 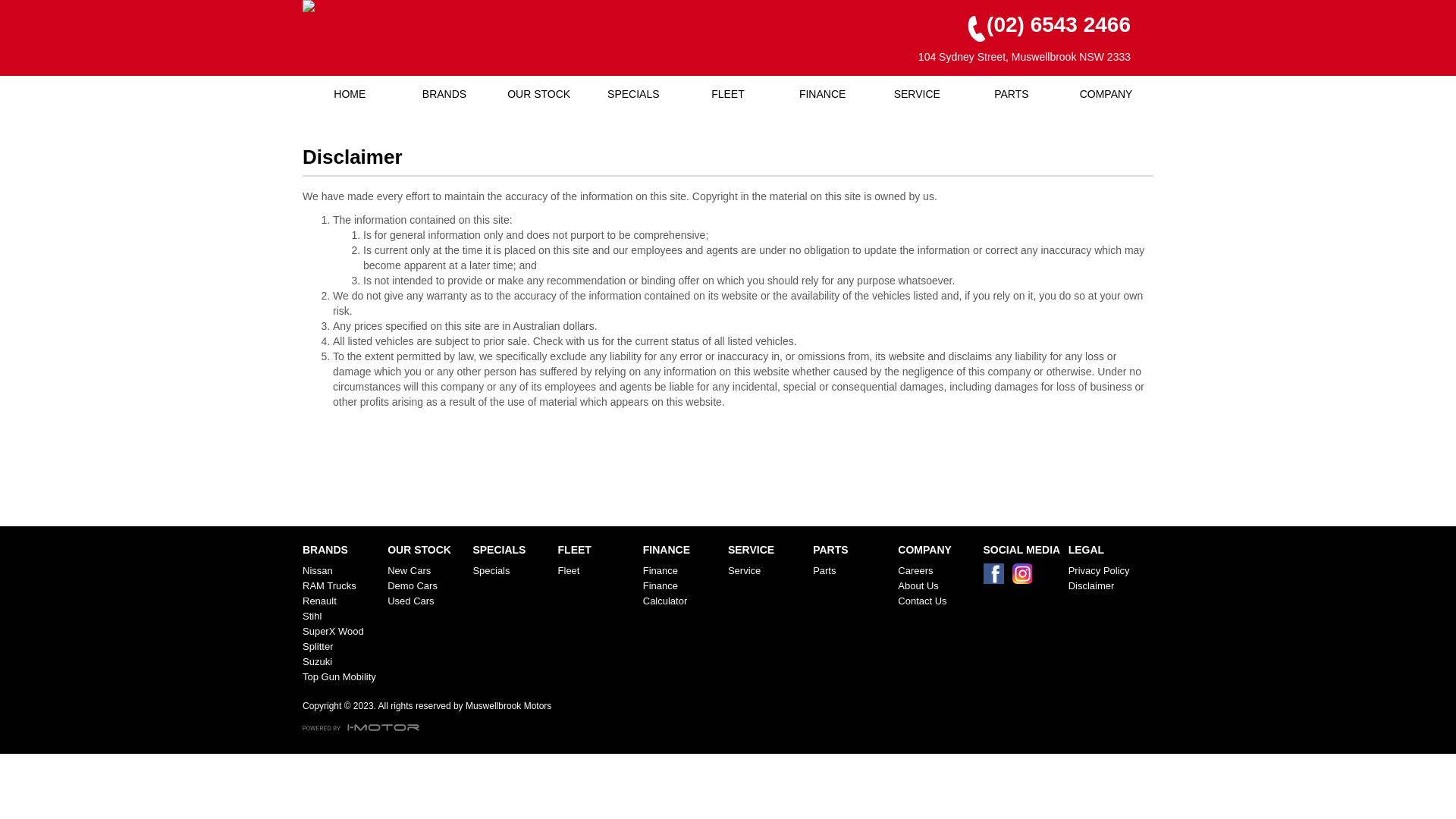 I want to click on 'RAM Trucks', so click(x=302, y=585).